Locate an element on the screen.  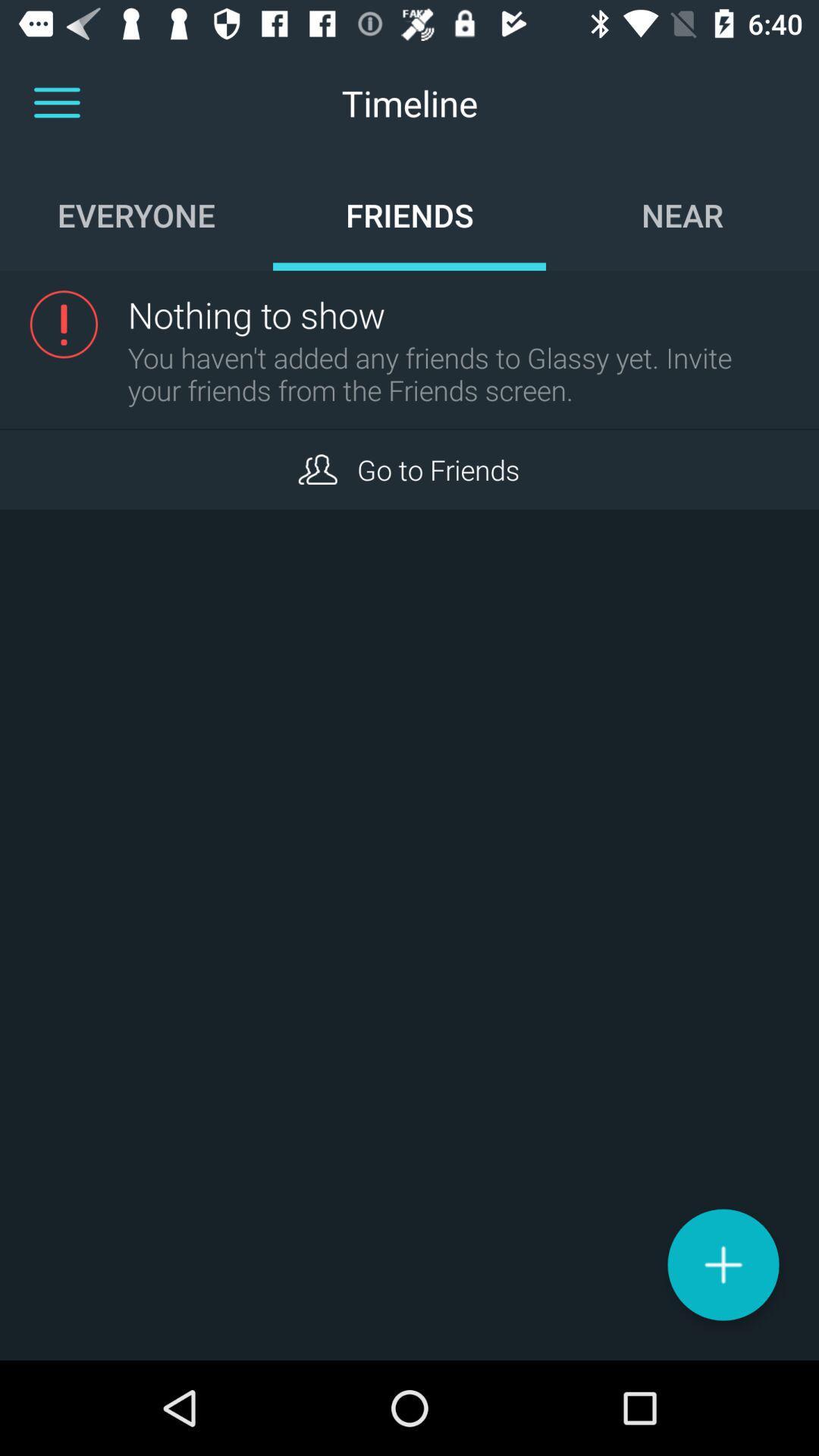
friends is located at coordinates (317, 469).